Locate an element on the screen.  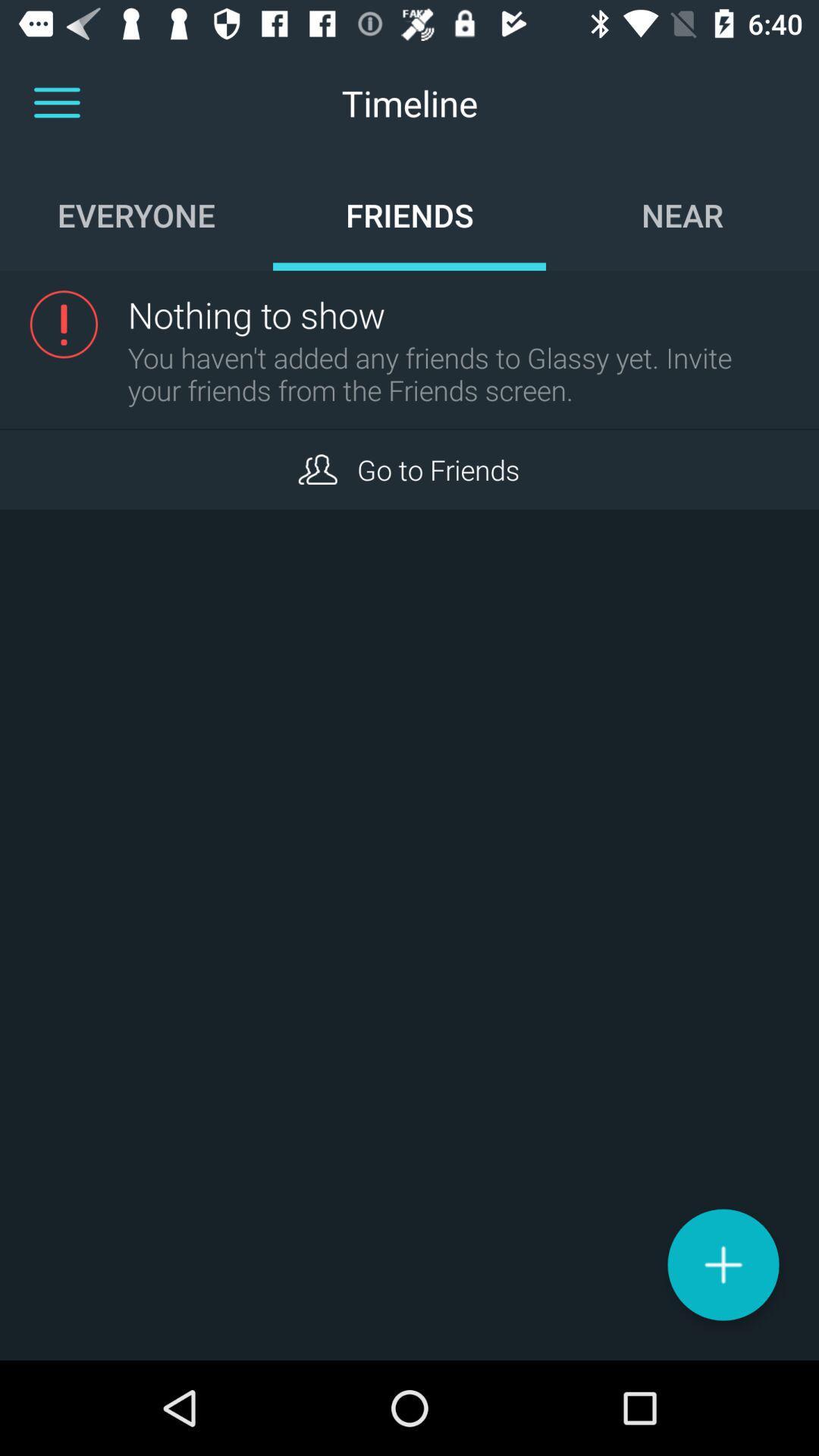
friends is located at coordinates (317, 469).